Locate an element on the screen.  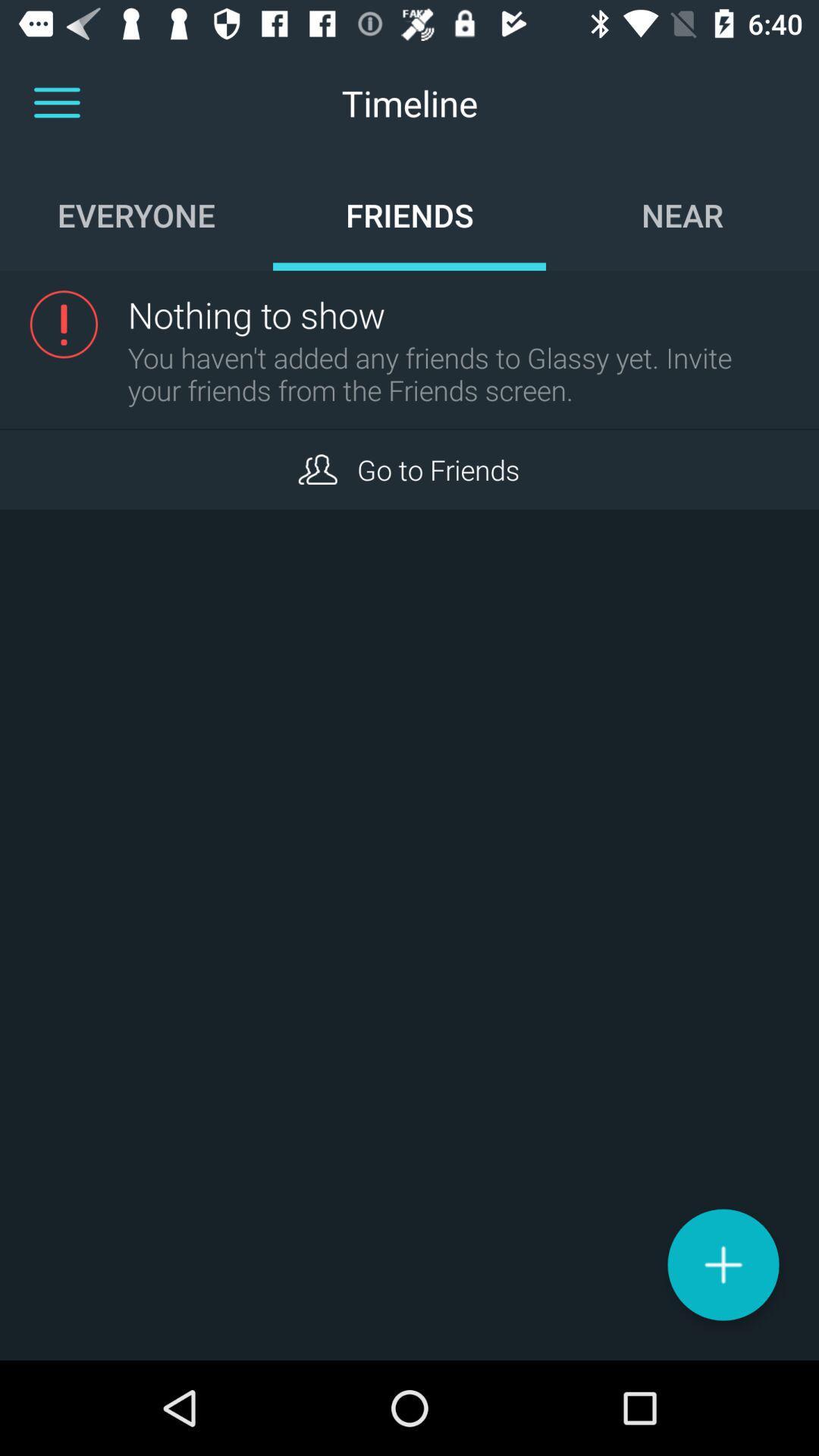
friends is located at coordinates (317, 469).